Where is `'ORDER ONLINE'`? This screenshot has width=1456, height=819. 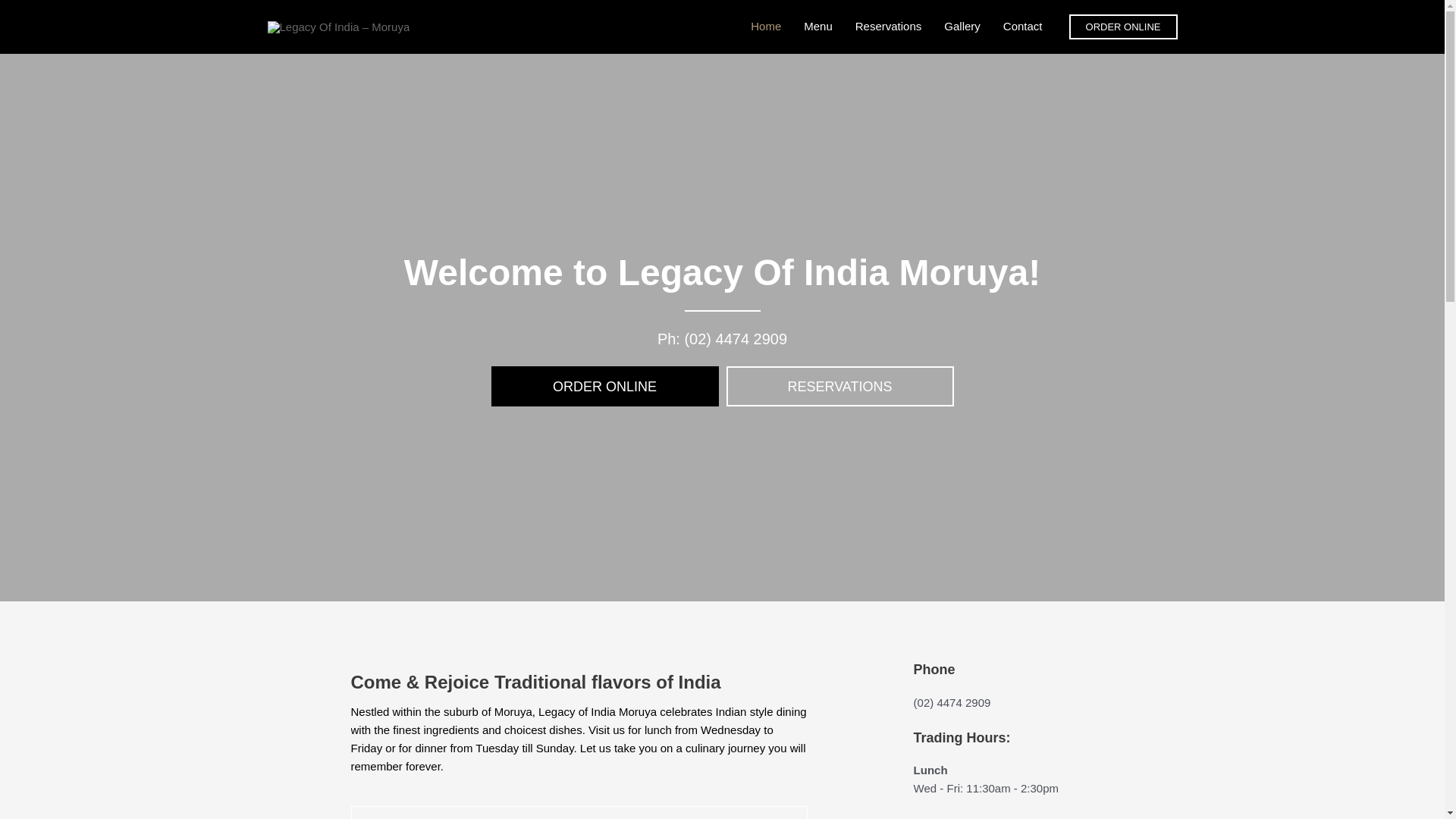
'ORDER ONLINE' is located at coordinates (1068, 26).